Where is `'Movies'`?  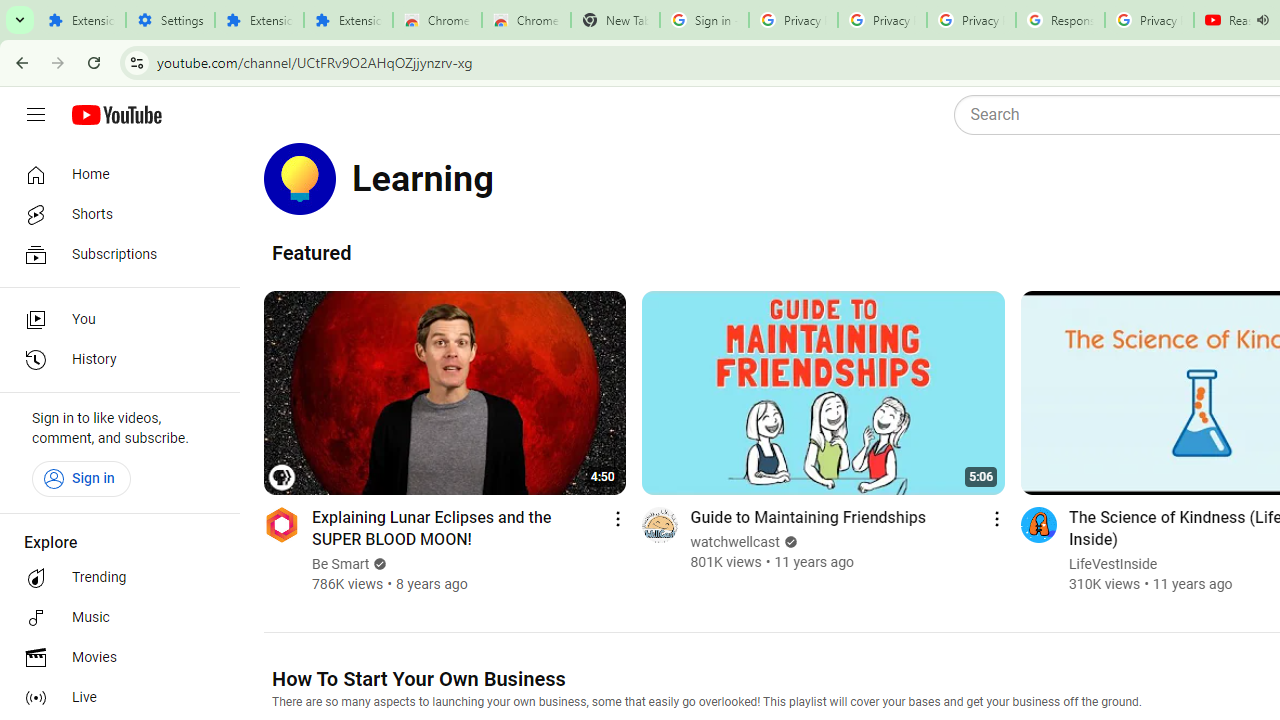 'Movies' is located at coordinates (112, 658).